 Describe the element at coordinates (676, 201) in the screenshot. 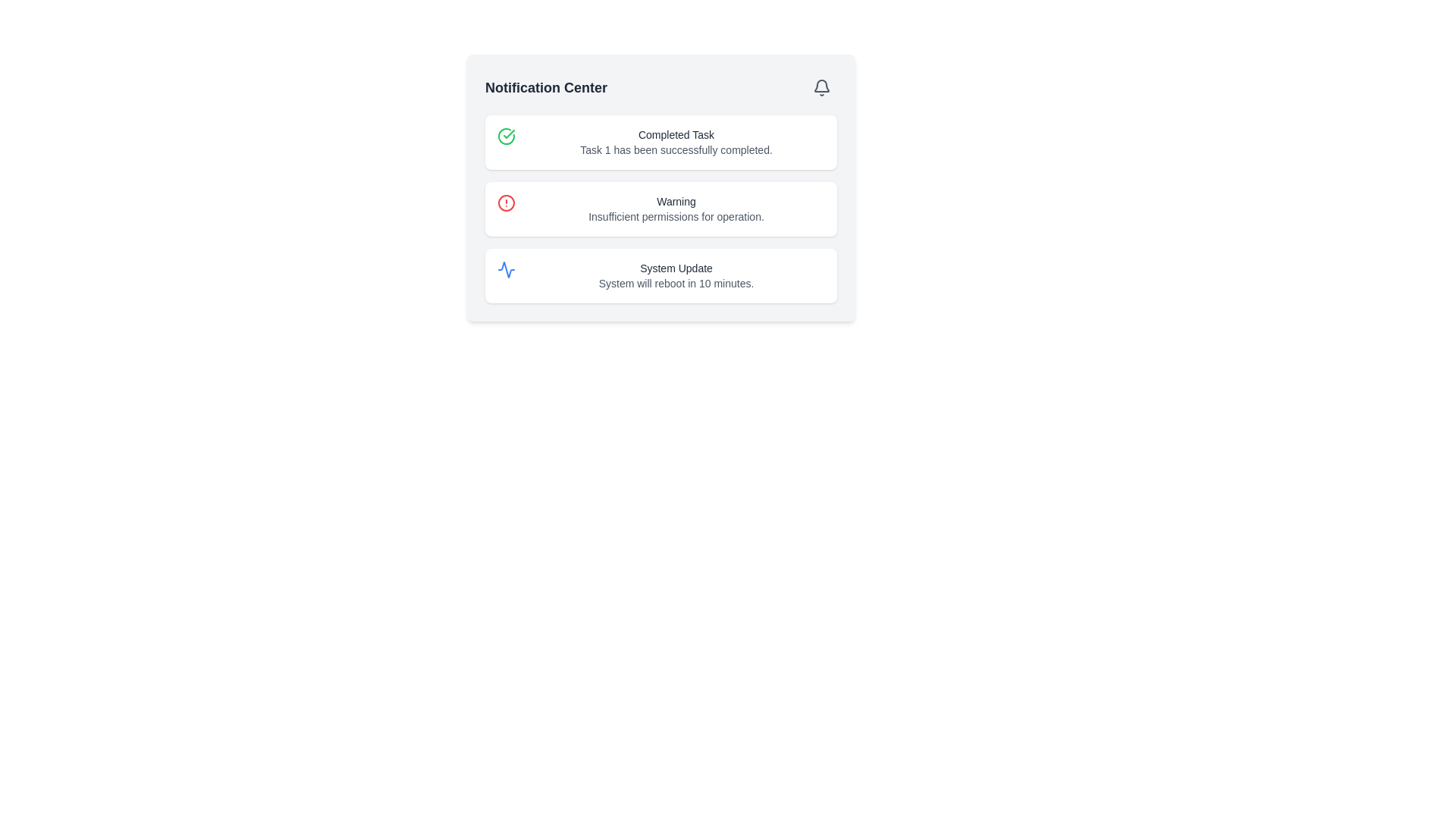

I see `the text label indicating the primary category of the notification in the Notification Center, positioned above the description 'Insufficient permissions for operation.'` at that location.